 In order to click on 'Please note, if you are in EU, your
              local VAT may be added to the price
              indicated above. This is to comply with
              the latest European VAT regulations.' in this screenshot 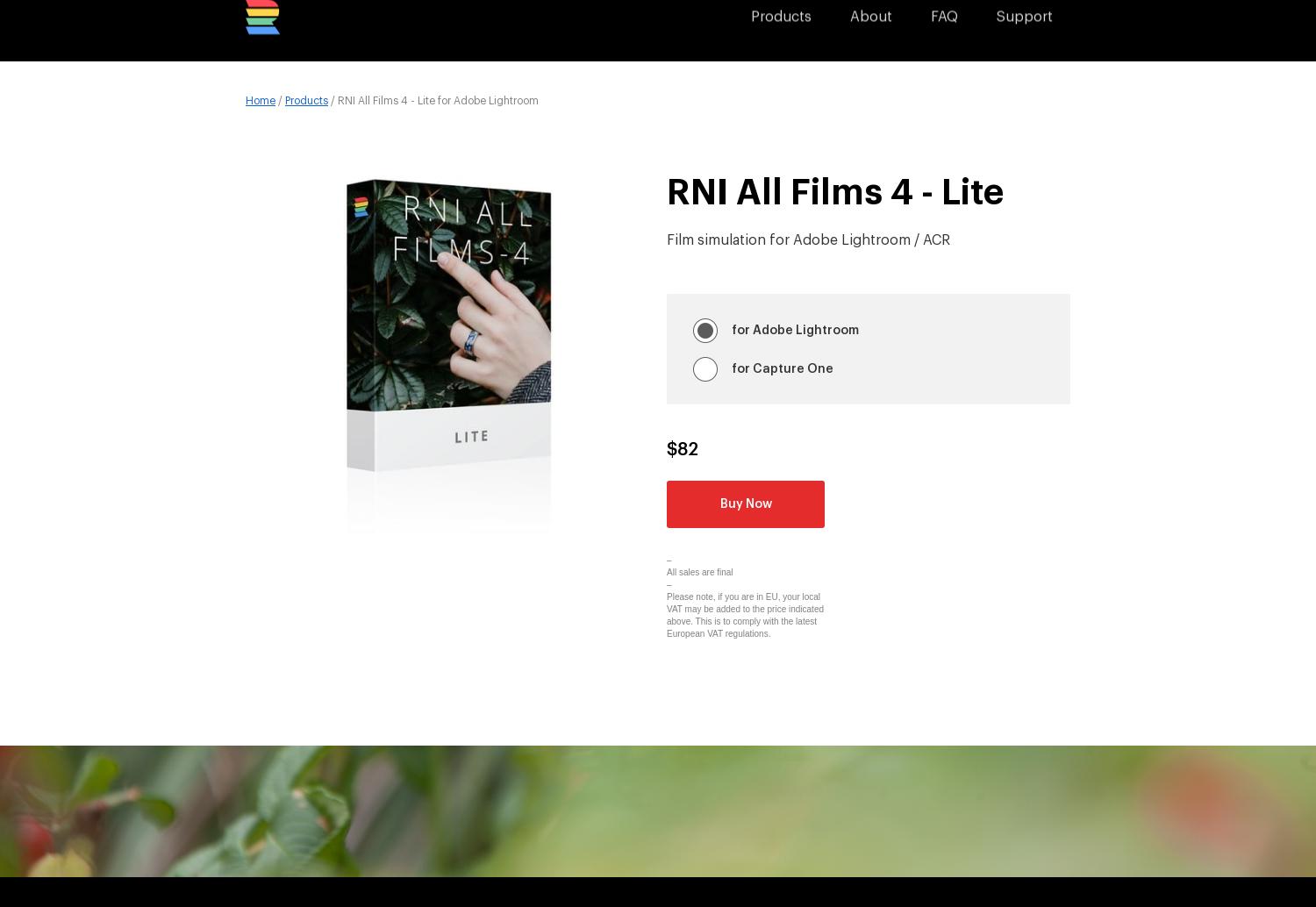, I will do `click(744, 615)`.